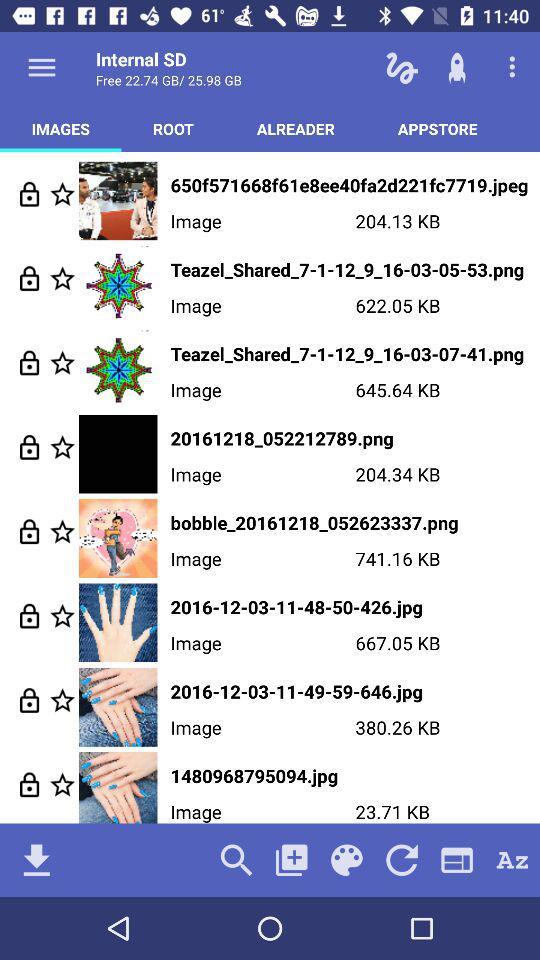 This screenshot has height=960, width=540. Describe the element at coordinates (28, 530) in the screenshot. I see `unlock content` at that location.